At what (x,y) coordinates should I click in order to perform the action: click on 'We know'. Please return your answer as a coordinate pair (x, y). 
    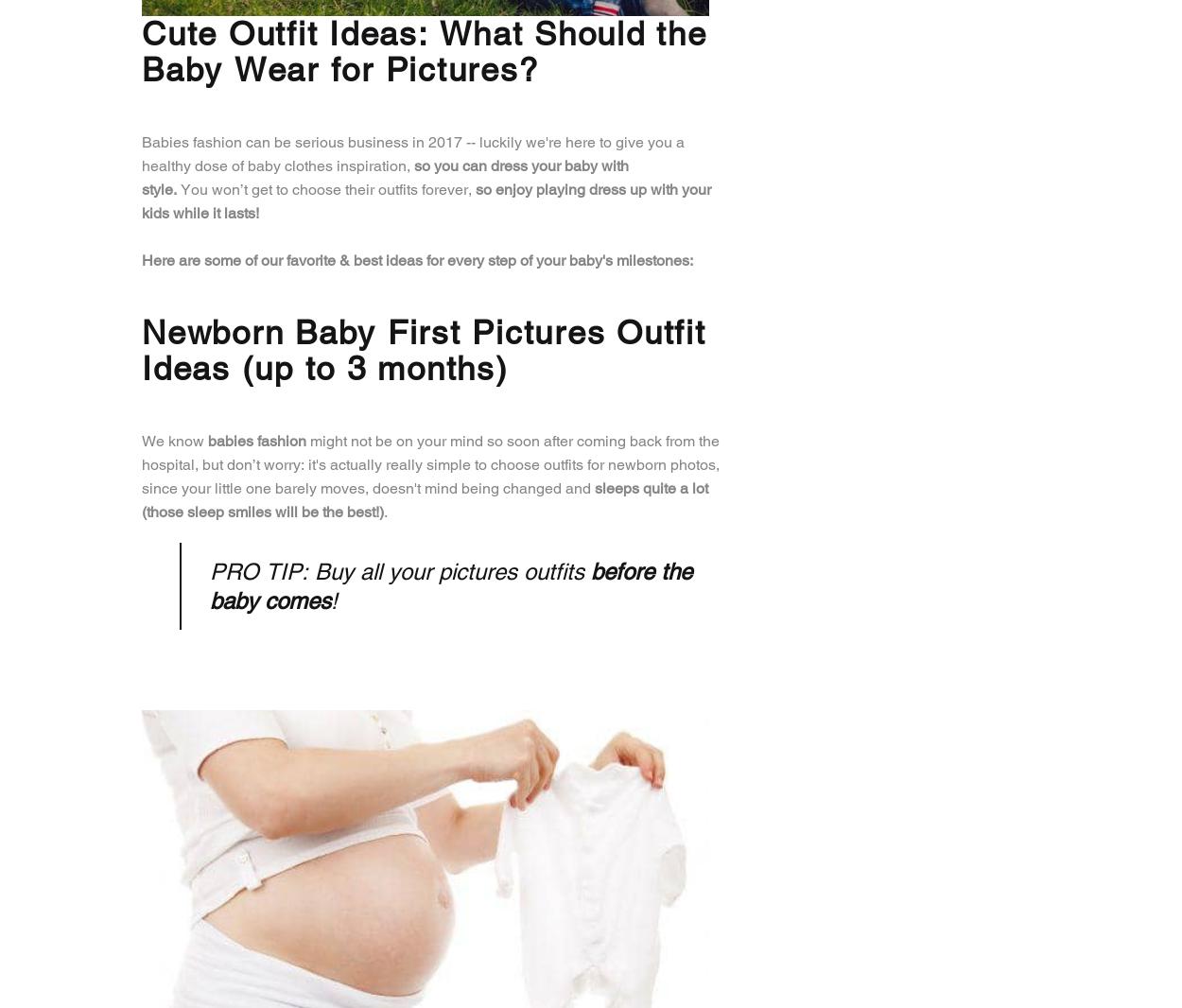
    Looking at the image, I should click on (175, 440).